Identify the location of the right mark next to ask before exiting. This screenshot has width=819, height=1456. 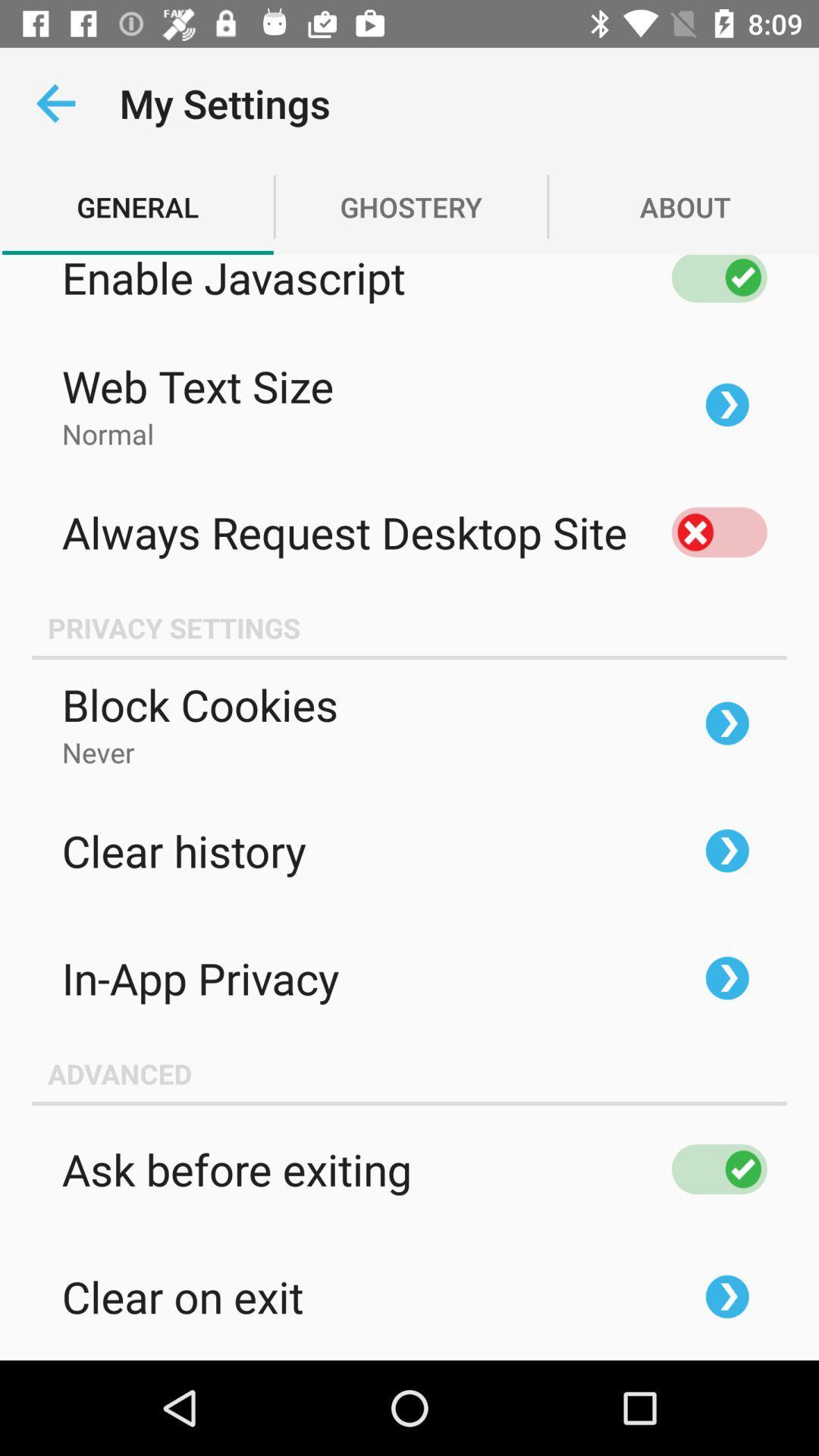
(718, 1168).